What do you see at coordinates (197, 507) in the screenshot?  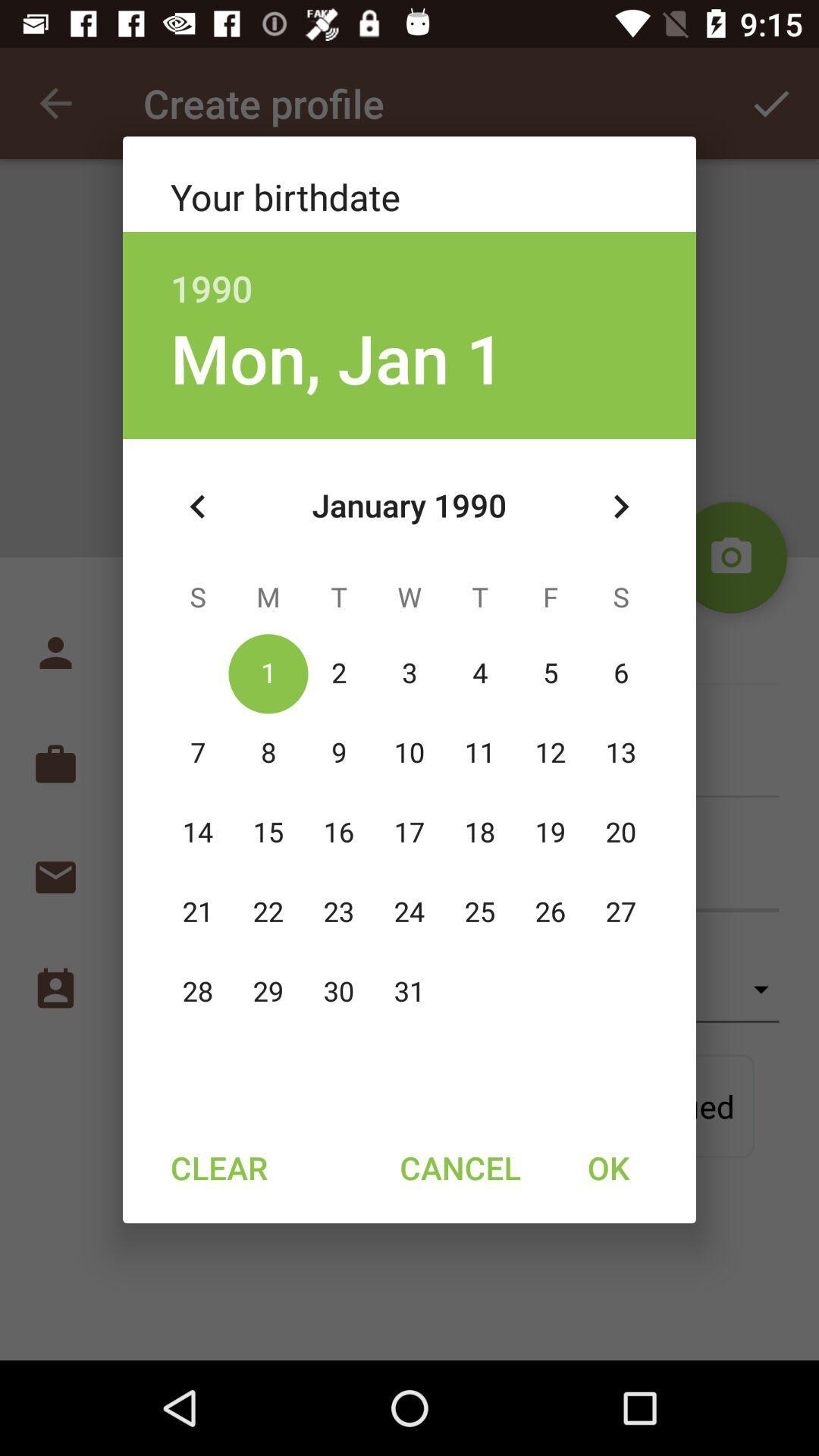 I see `the icon below mon, jan 1 icon` at bounding box center [197, 507].